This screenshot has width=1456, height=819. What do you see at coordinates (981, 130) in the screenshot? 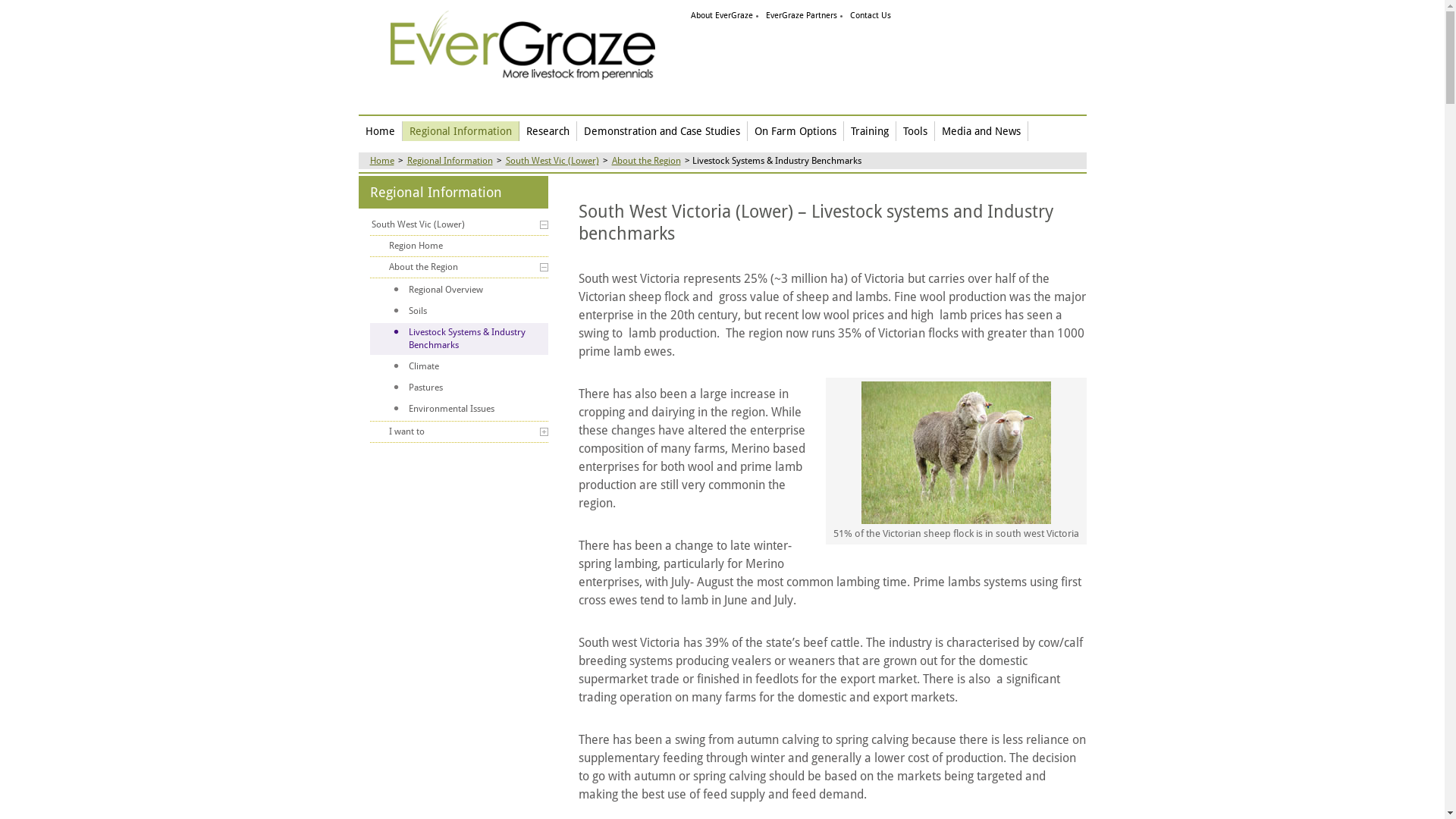
I see `'Media and News'` at bounding box center [981, 130].